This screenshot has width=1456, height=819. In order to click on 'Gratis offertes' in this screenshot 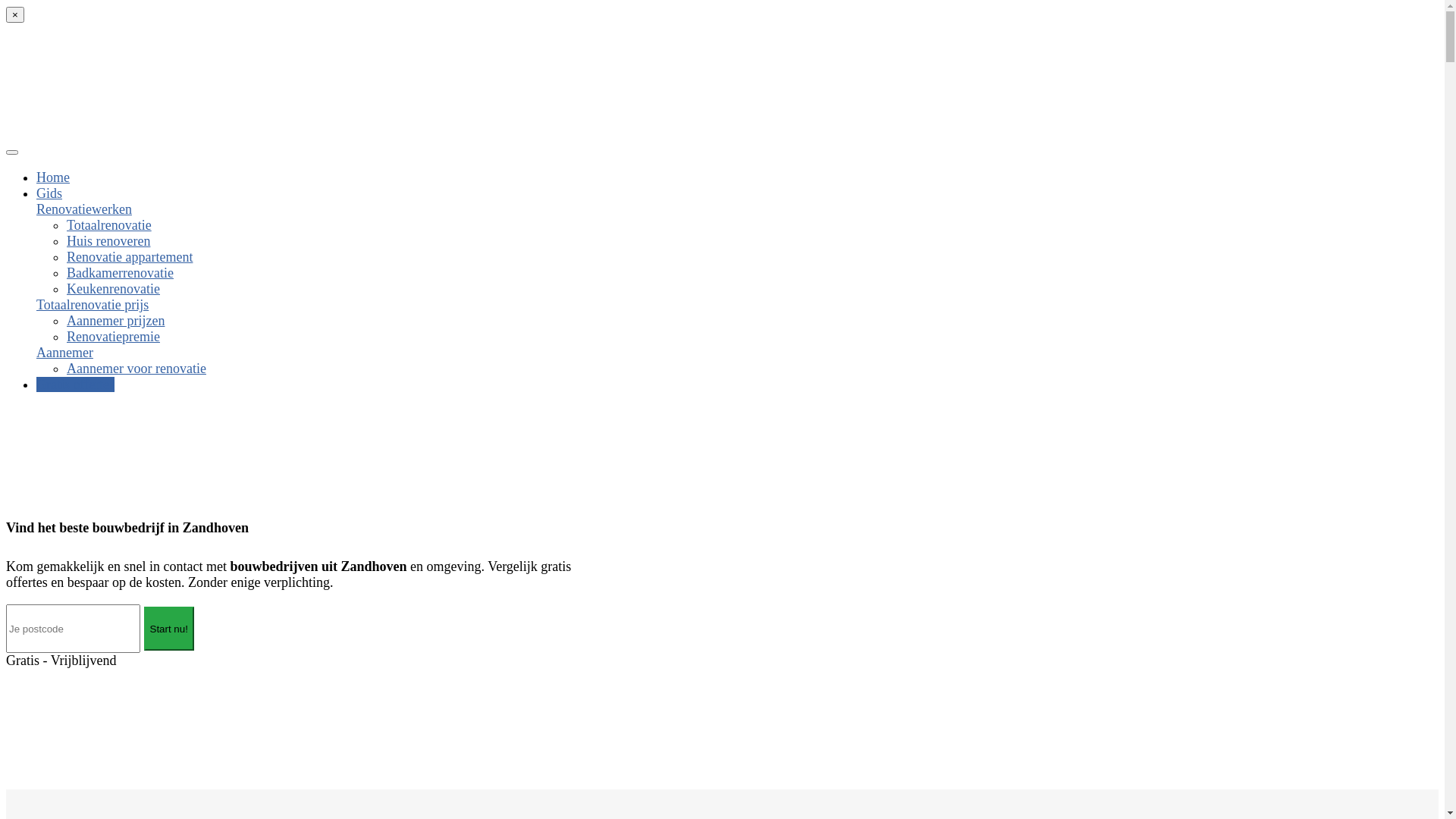, I will do `click(36, 383)`.